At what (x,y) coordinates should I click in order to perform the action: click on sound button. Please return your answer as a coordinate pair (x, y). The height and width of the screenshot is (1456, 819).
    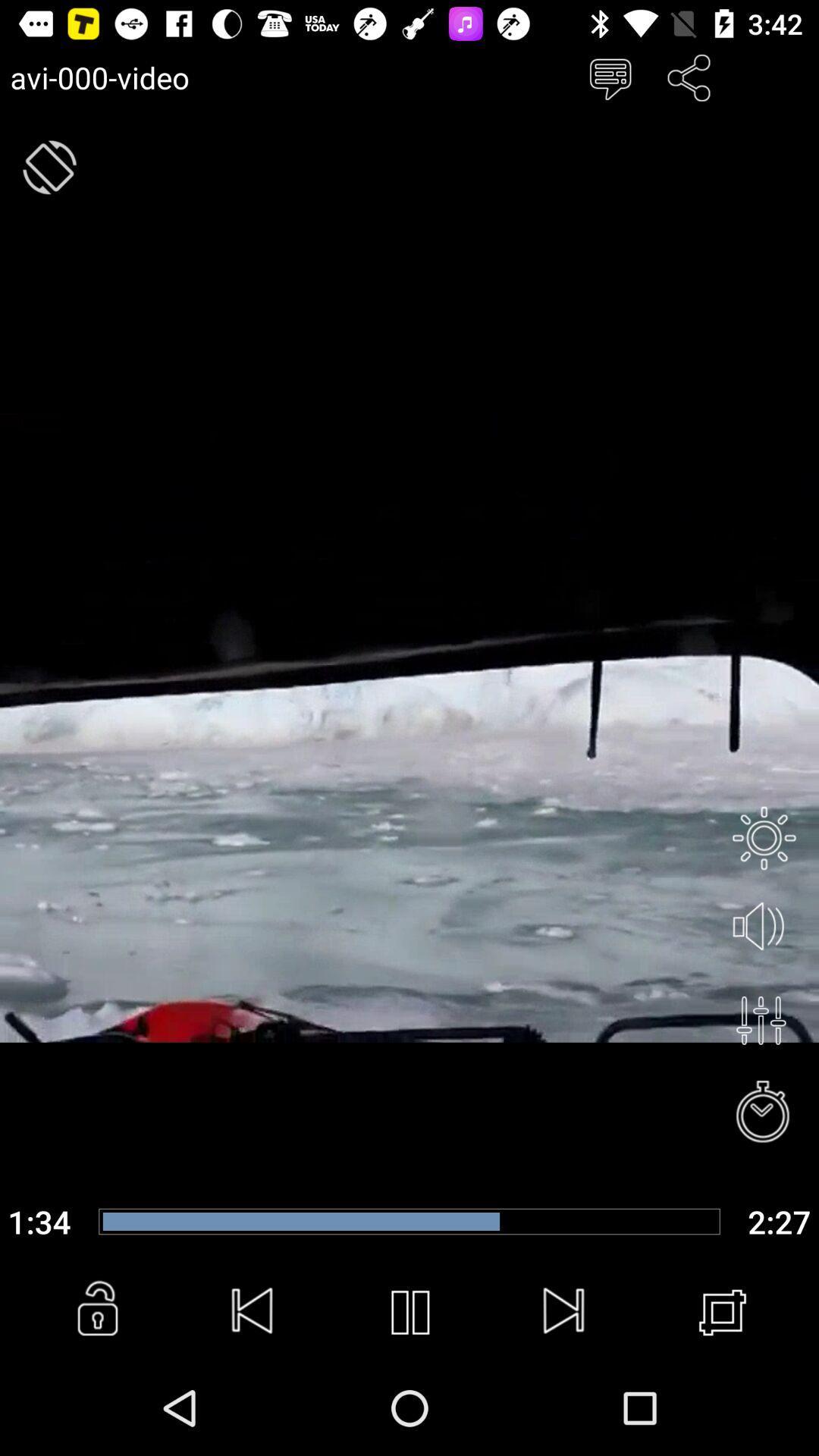
    Looking at the image, I should click on (764, 927).